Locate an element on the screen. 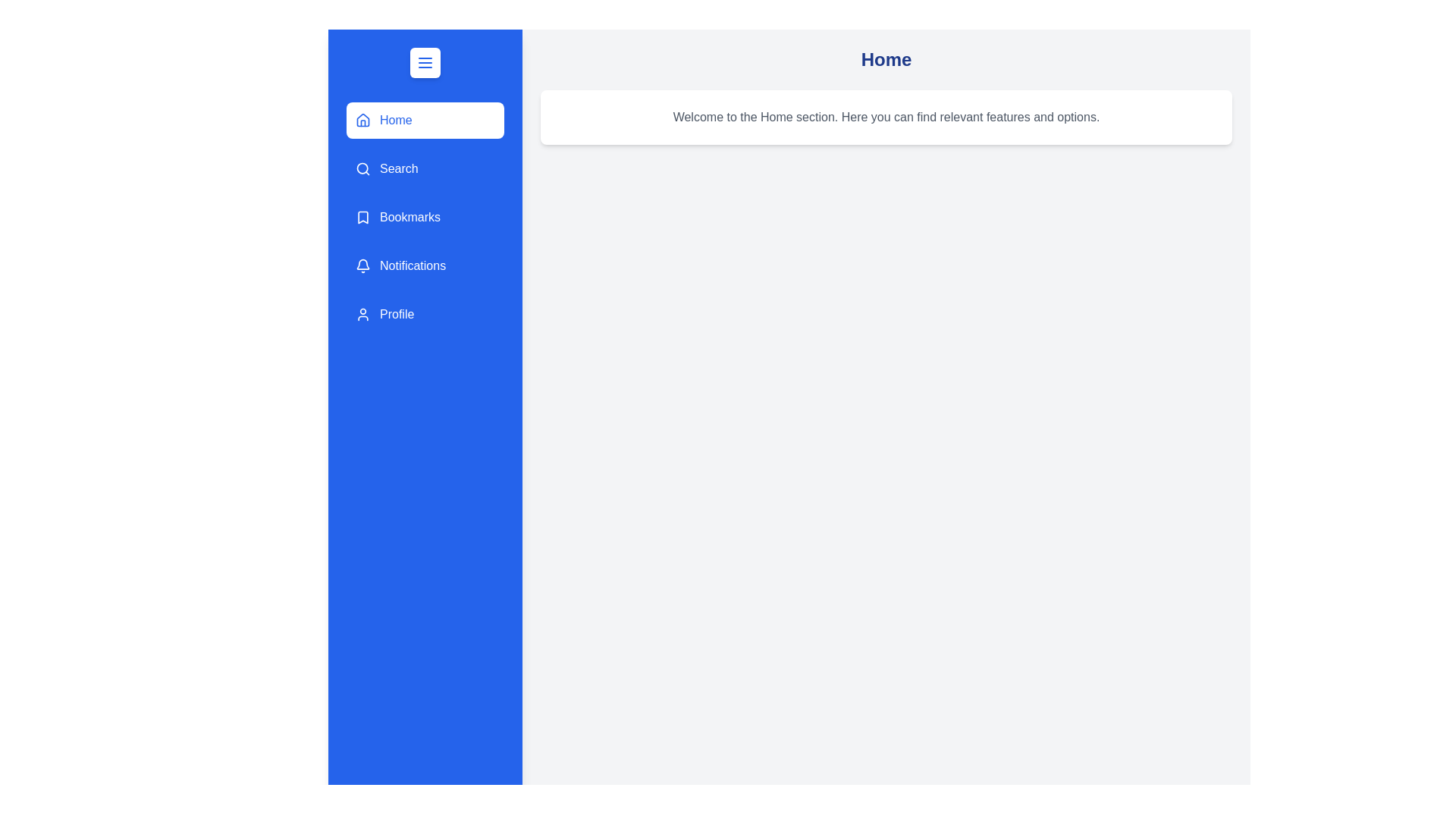 The image size is (1456, 819). the menu item Search to see the hover effect is located at coordinates (425, 169).